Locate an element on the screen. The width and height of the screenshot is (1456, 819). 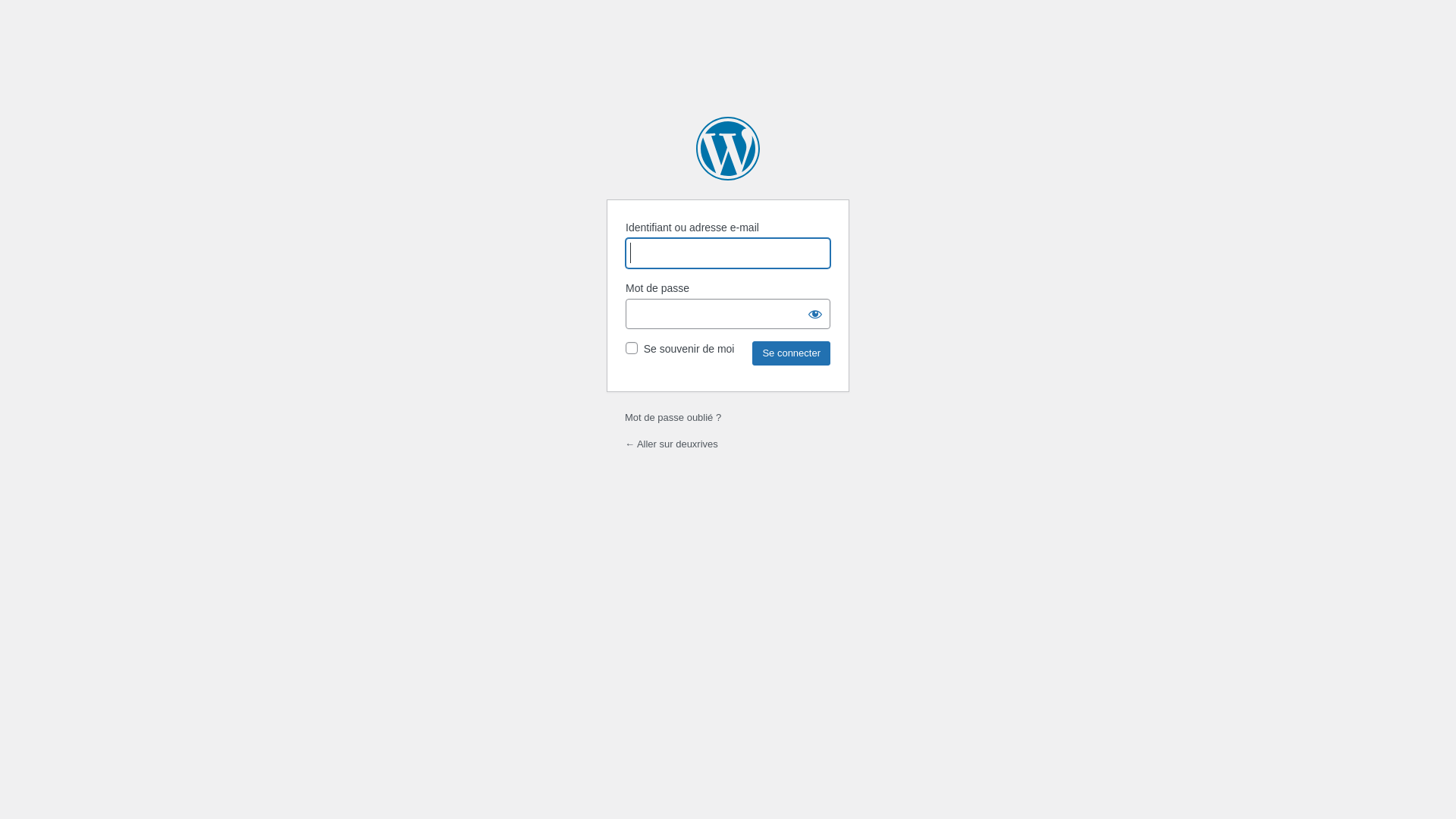
'Se connecter' is located at coordinates (790, 353).